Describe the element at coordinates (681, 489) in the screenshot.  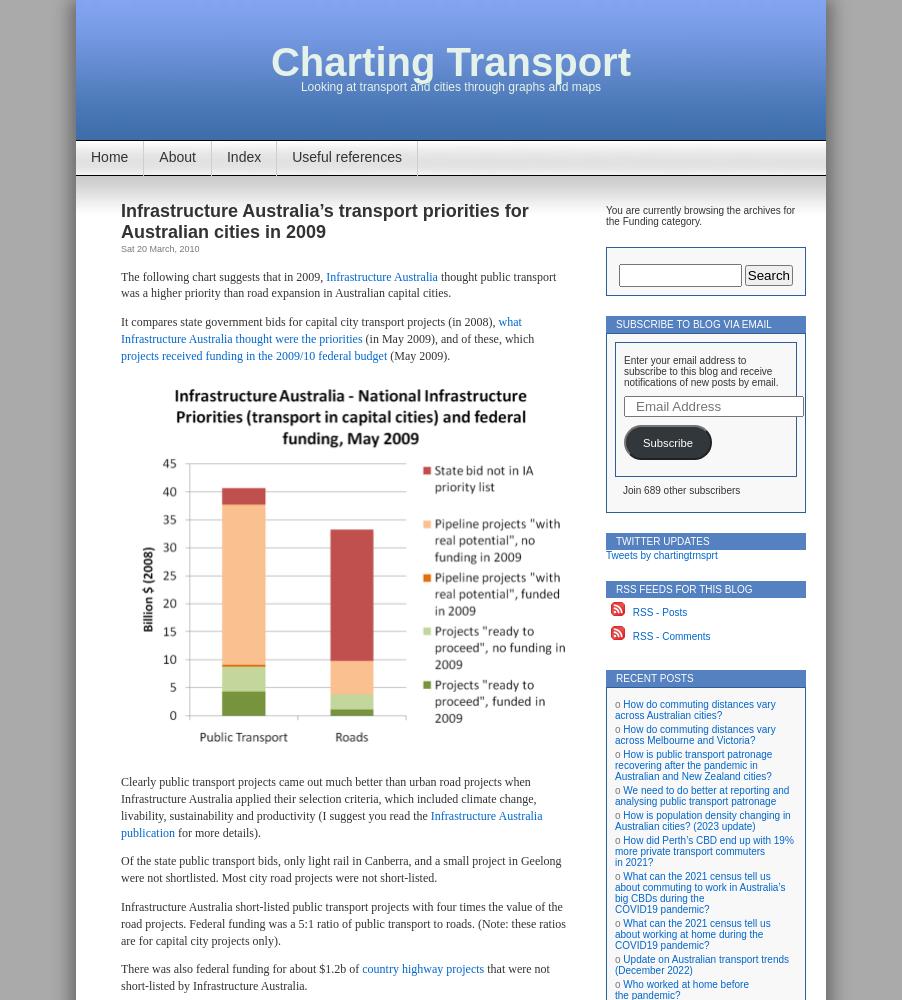
I see `'Join 689 other subscribers'` at that location.